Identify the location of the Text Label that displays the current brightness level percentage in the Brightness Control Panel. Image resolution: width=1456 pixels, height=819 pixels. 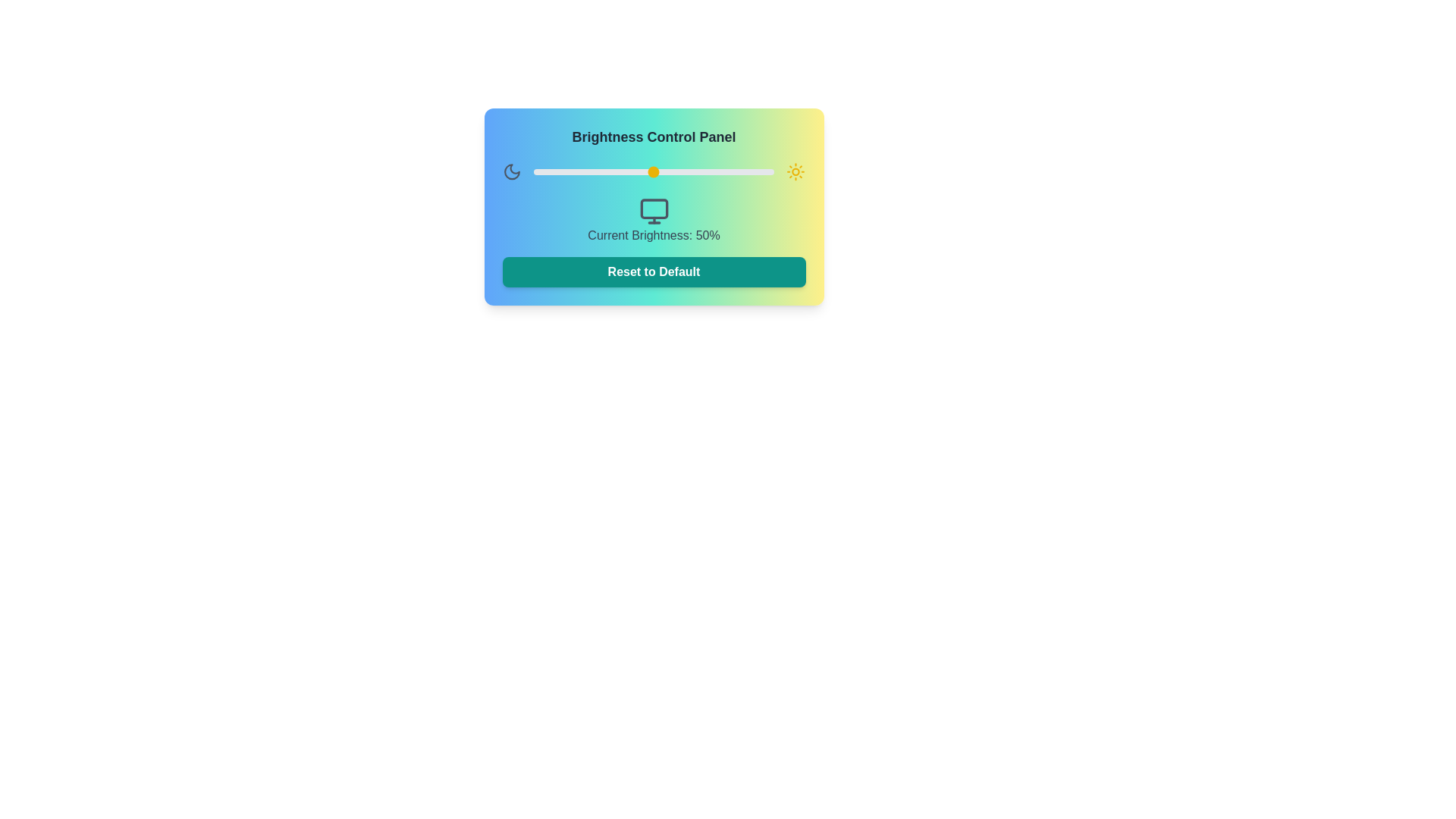
(654, 236).